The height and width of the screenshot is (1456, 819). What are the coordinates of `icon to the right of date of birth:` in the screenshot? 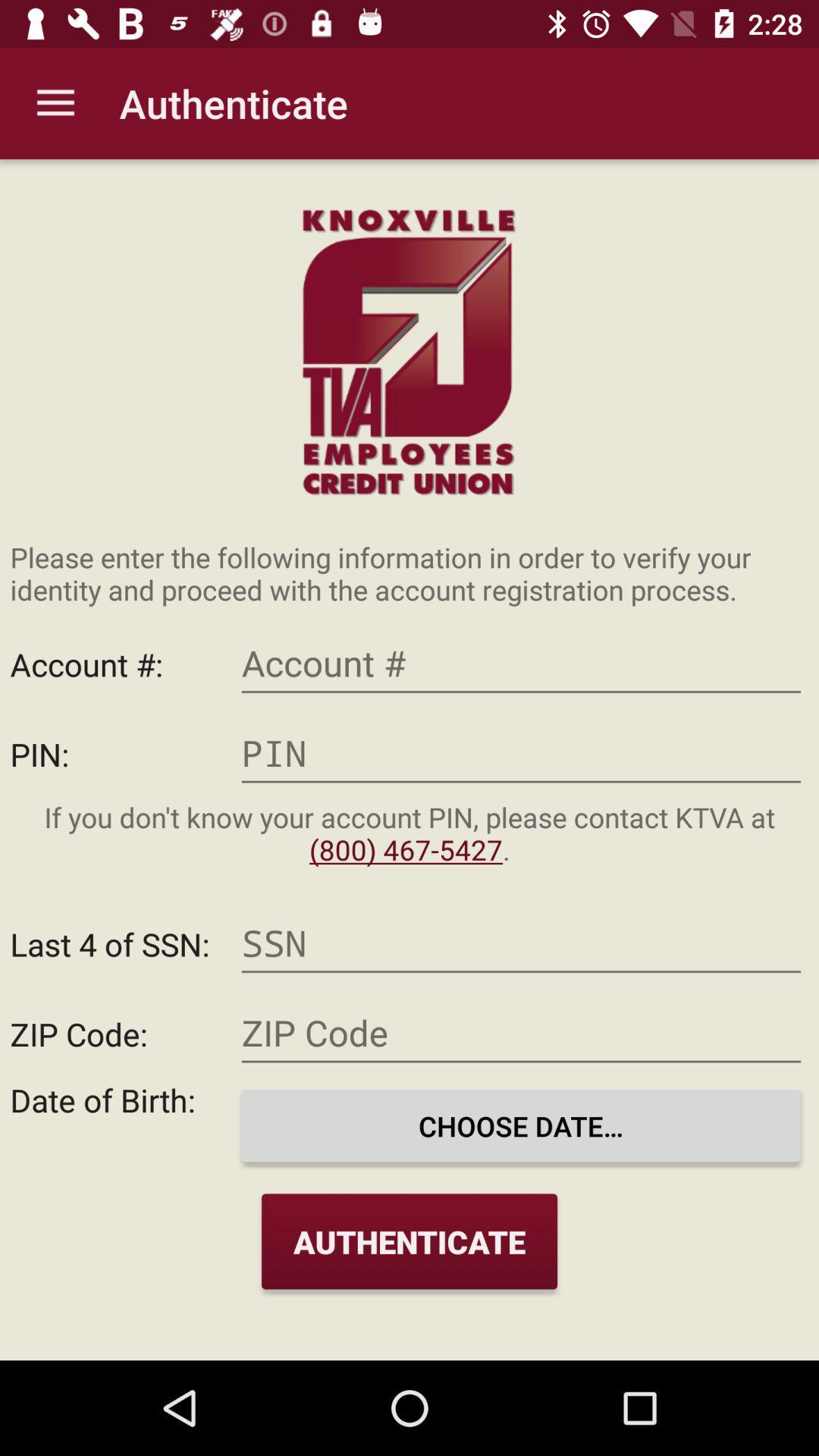 It's located at (520, 1125).